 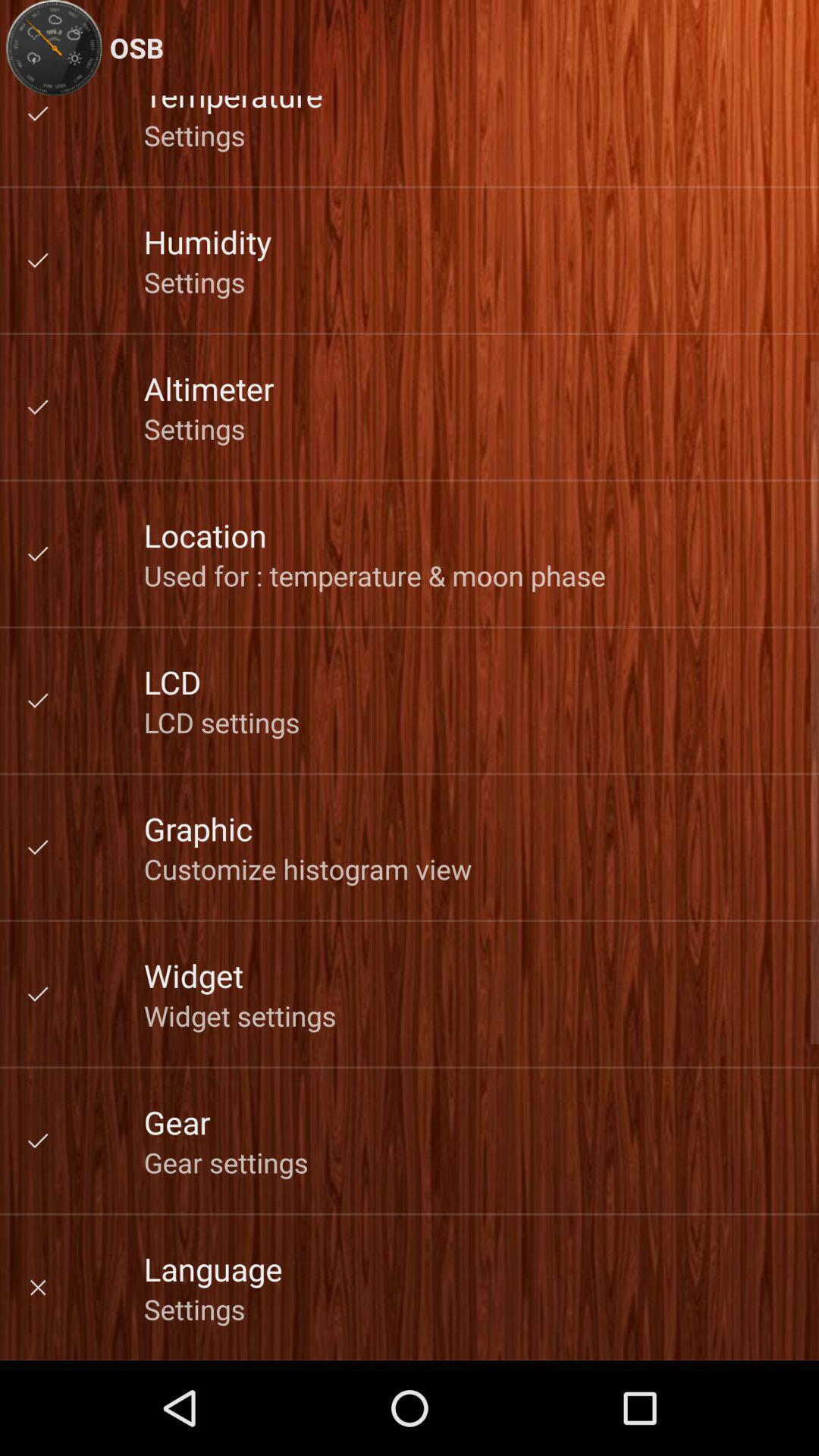 I want to click on the app below settings item, so click(x=205, y=535).